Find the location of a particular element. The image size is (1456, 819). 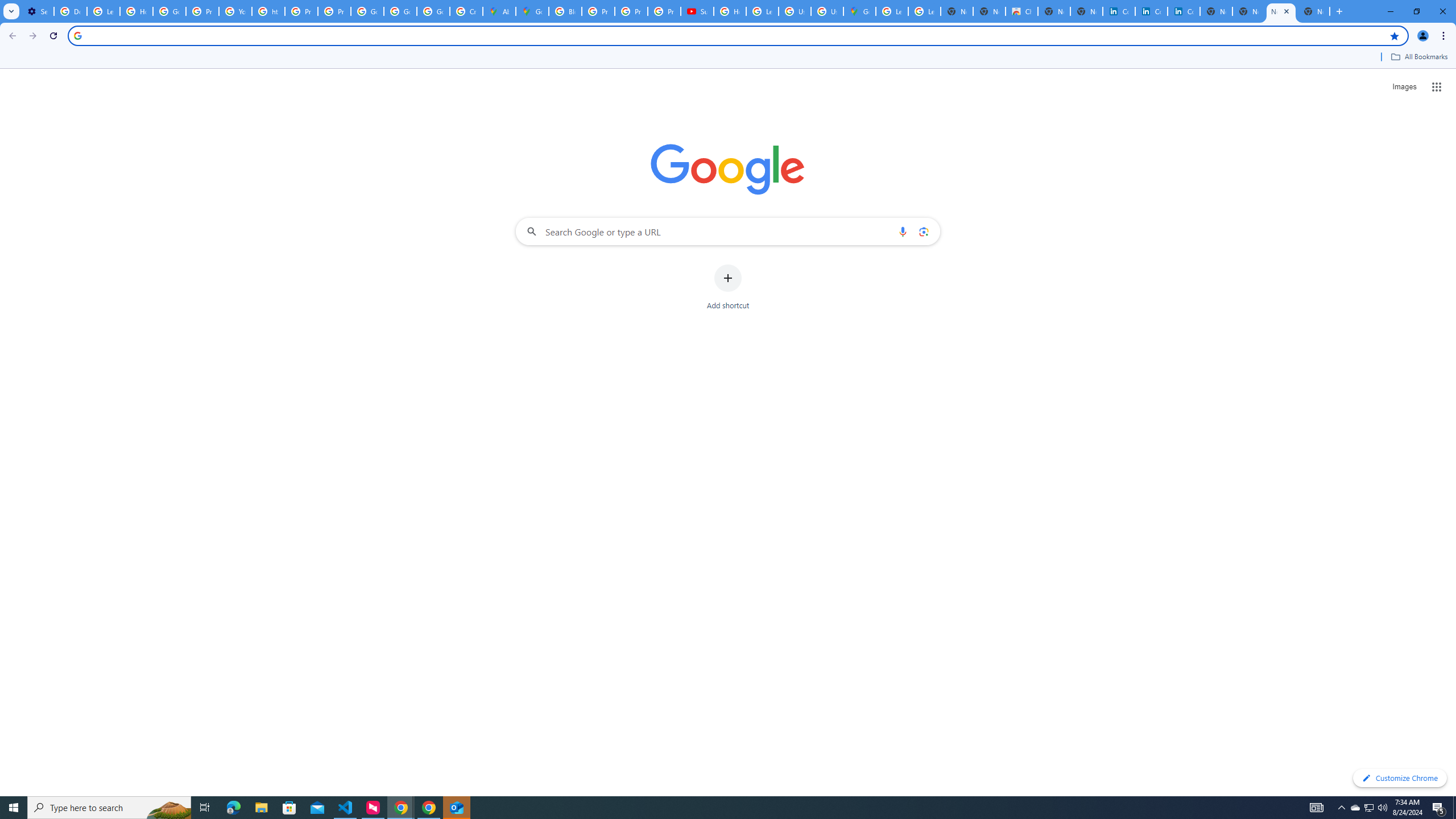

'How Chrome protects your passwords - Google Chrome Help' is located at coordinates (730, 11).